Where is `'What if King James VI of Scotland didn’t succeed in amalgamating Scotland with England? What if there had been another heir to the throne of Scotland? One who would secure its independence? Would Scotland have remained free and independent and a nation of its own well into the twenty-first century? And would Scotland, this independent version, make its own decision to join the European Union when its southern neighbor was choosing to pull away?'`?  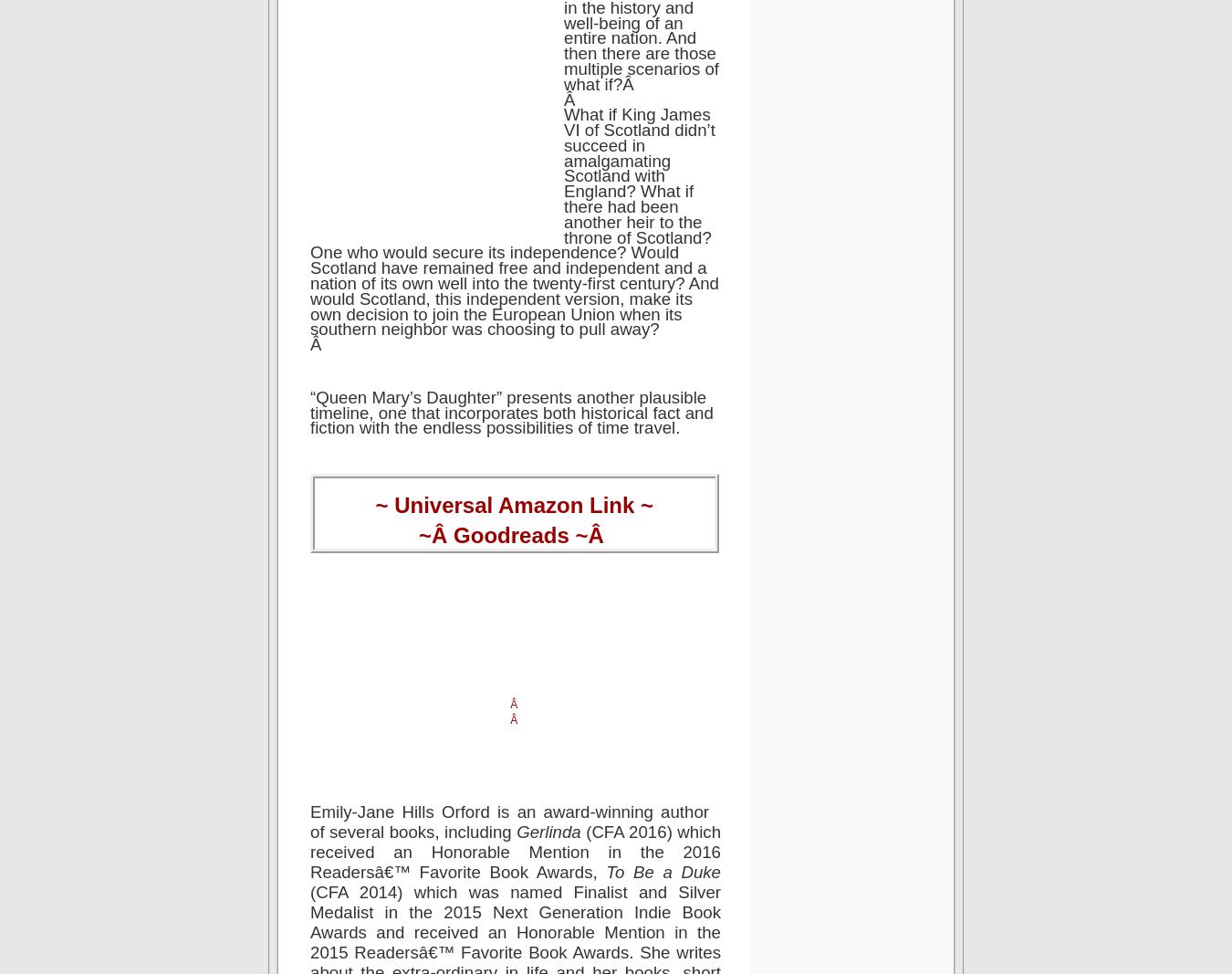 'What if King James VI of Scotland didn’t succeed in amalgamating Scotland with England? What if there had been another heir to the throne of Scotland? One who would secure its independence? Would Scotland have remained free and independent and a nation of its own well into the twenty-first century? And would Scotland, this independent version, make its own decision to join the European Union when its southern neighbor was choosing to pull away?' is located at coordinates (513, 221).